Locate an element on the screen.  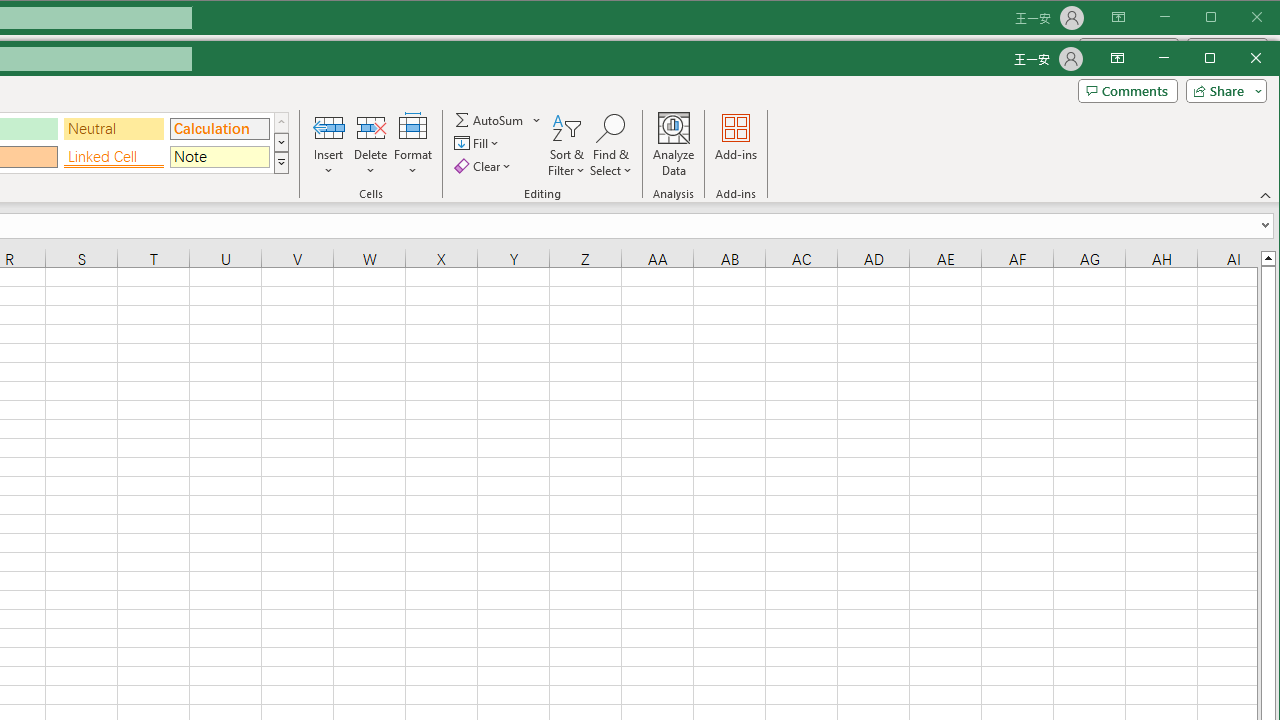
'Sort & Filter' is located at coordinates (566, 144).